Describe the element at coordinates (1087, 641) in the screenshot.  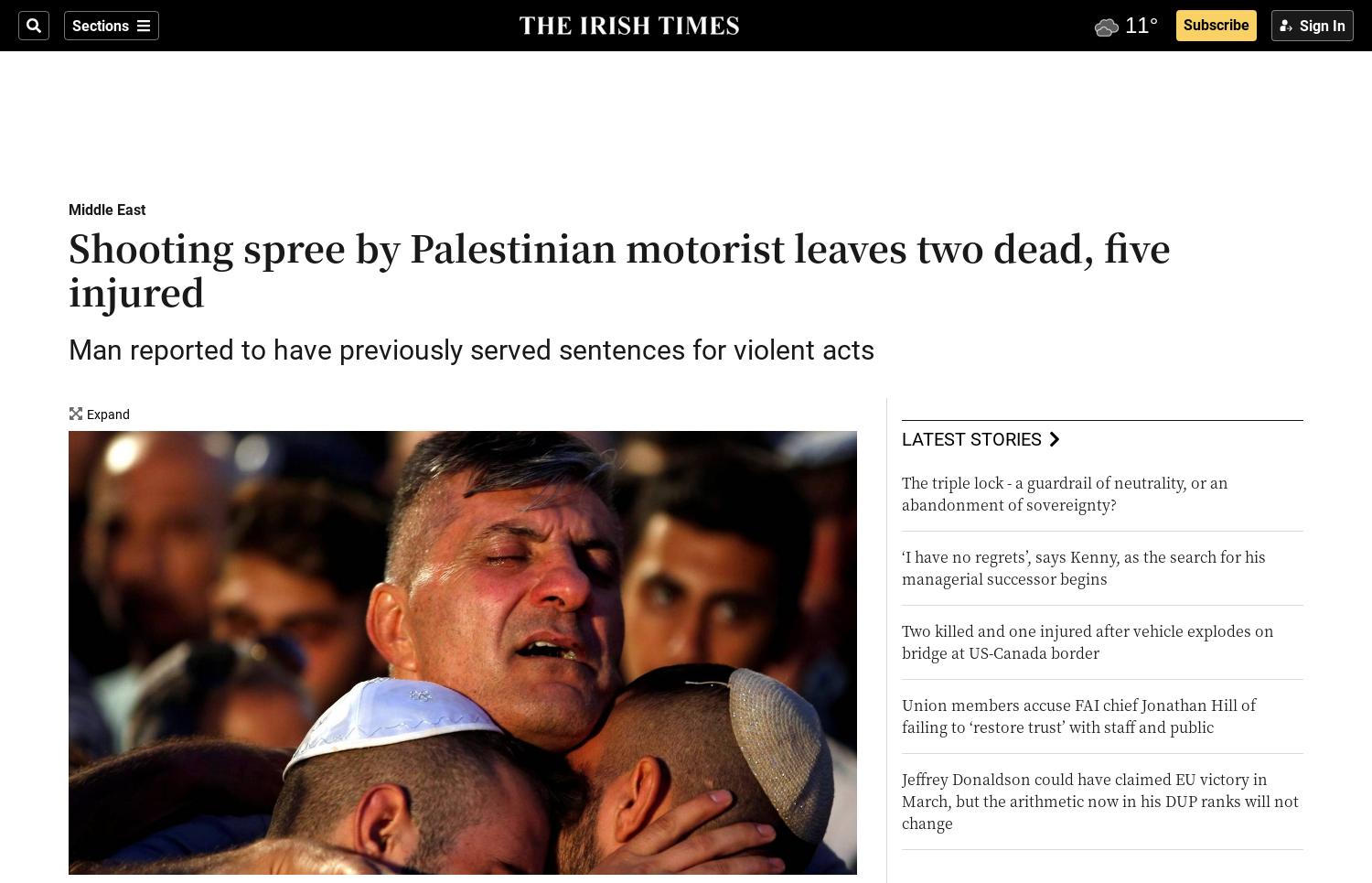
I see `'Two killed and one injured after vehicle explodes on bridge at US-Canada border'` at that location.